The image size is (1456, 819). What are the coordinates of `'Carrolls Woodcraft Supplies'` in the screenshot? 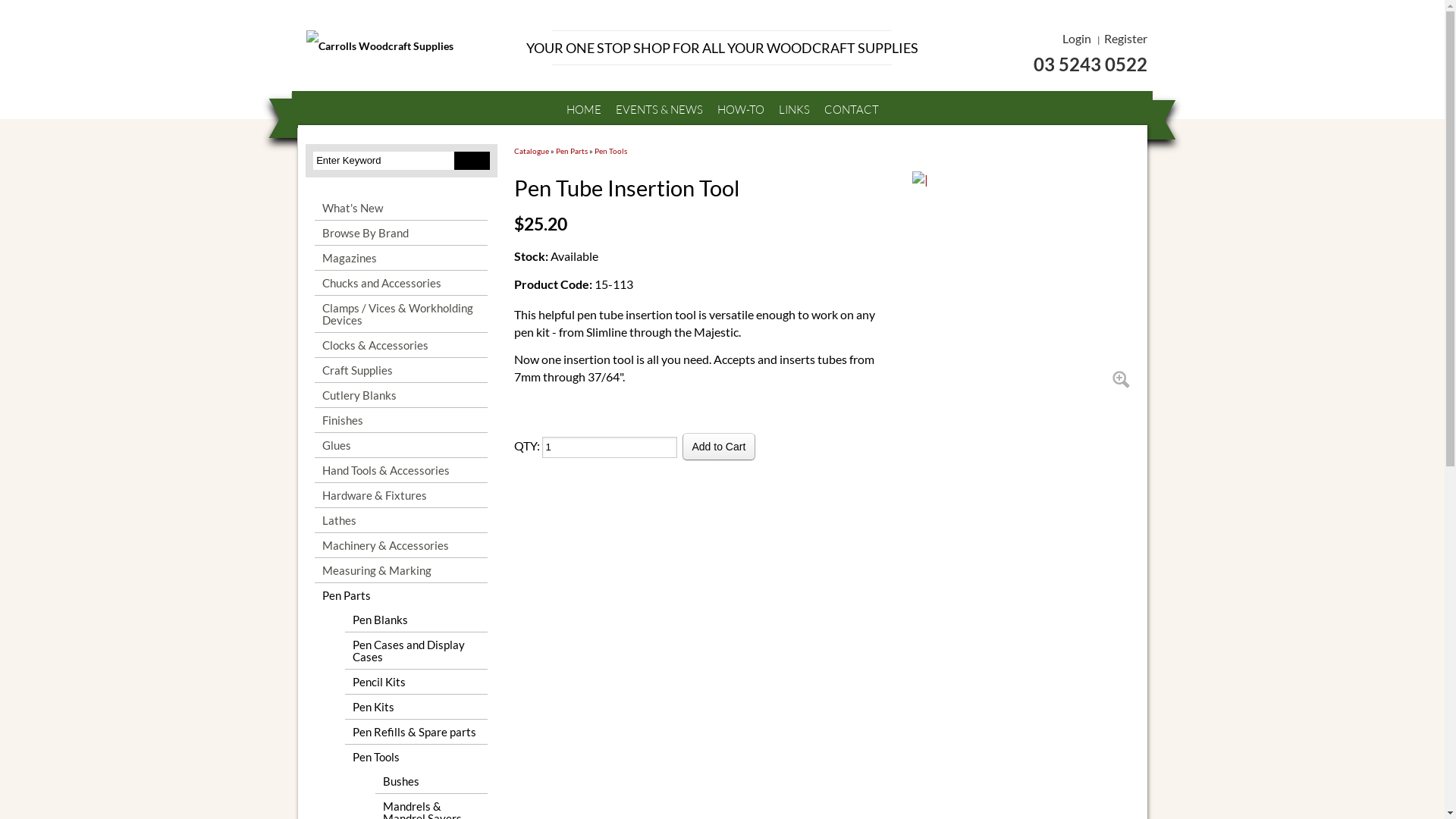 It's located at (403, 45).